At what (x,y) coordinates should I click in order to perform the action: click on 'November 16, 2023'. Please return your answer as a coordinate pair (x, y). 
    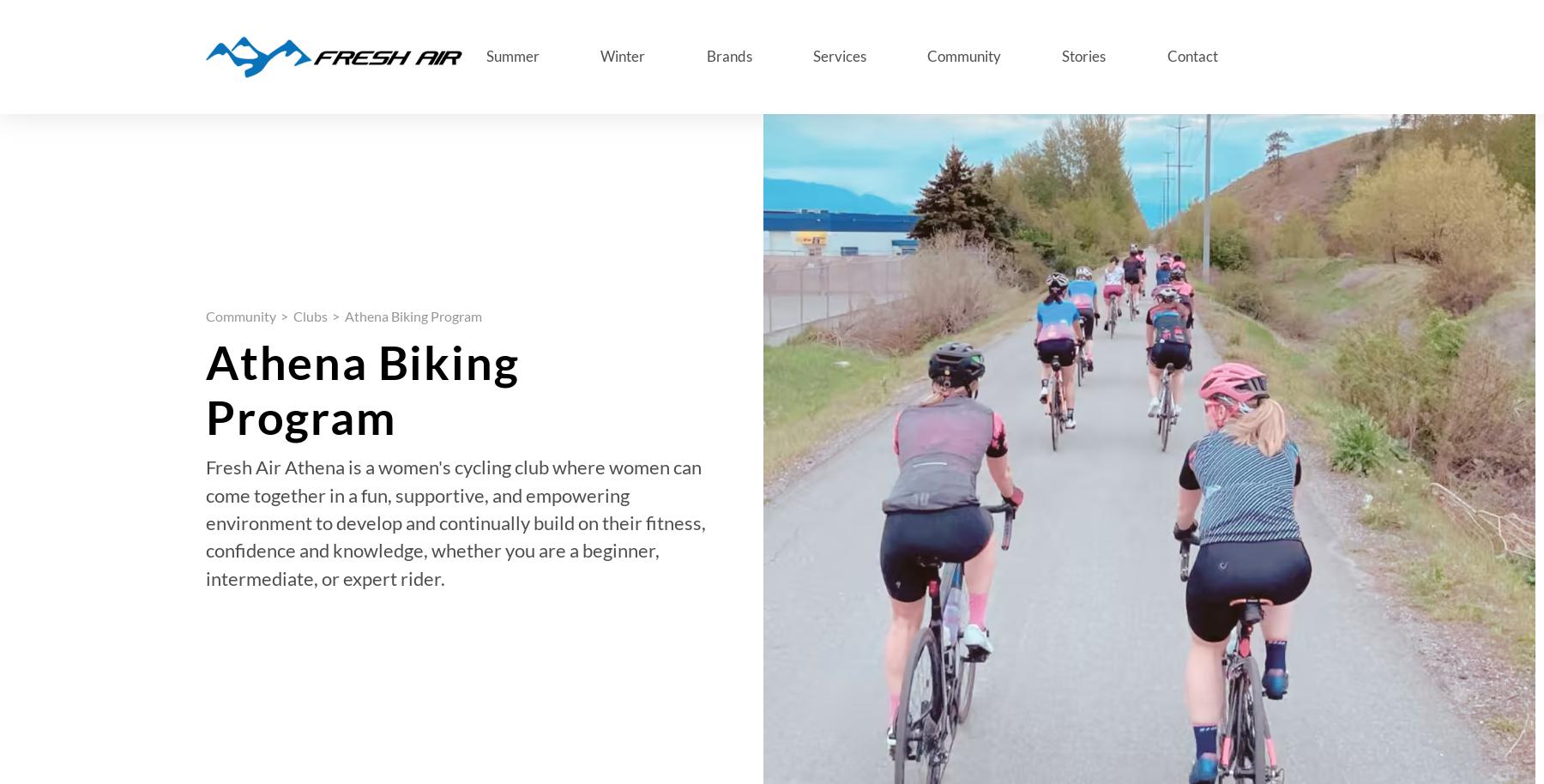
    Looking at the image, I should click on (512, 652).